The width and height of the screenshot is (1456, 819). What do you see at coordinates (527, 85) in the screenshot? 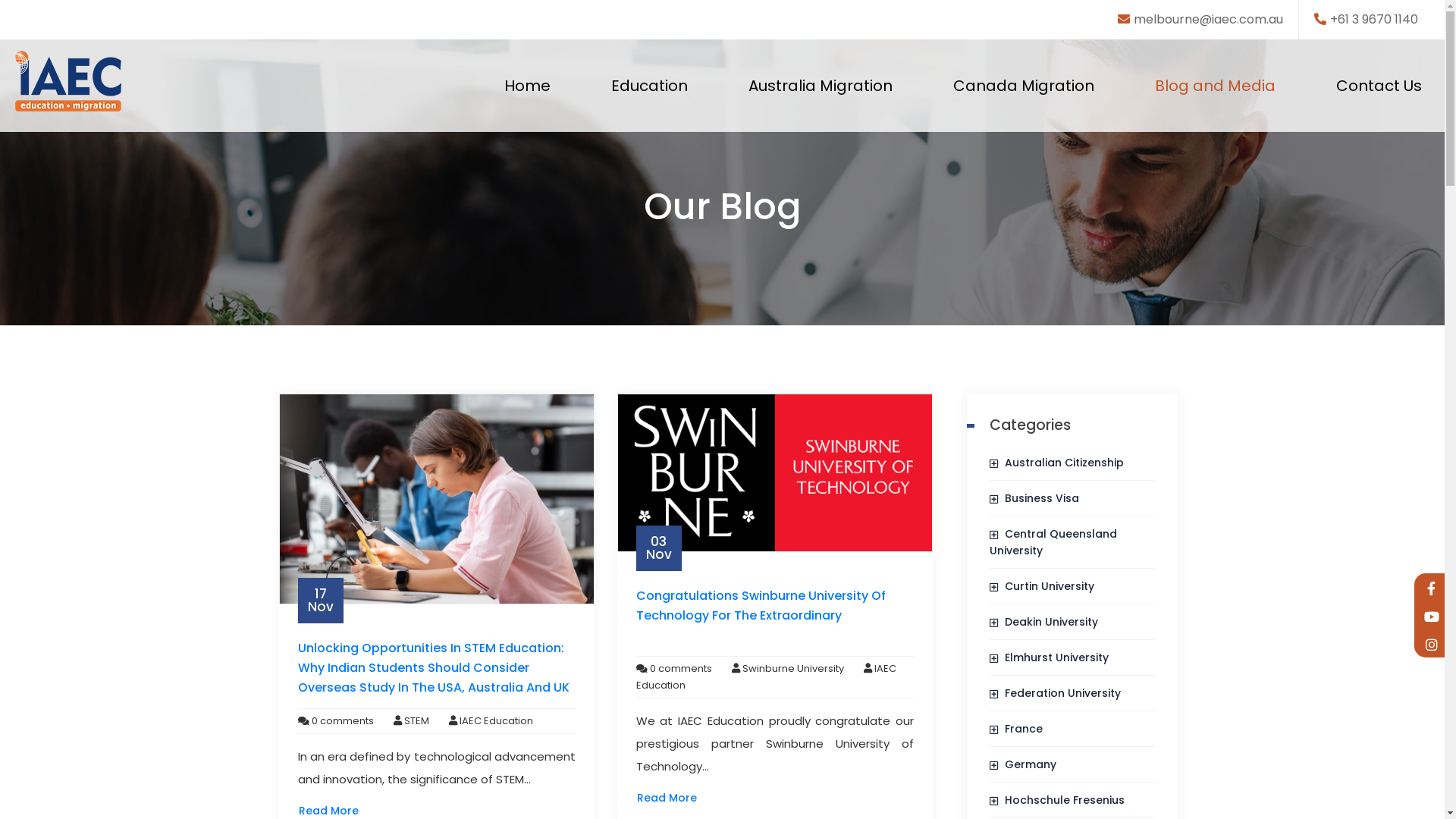
I see `'Home'` at bounding box center [527, 85].